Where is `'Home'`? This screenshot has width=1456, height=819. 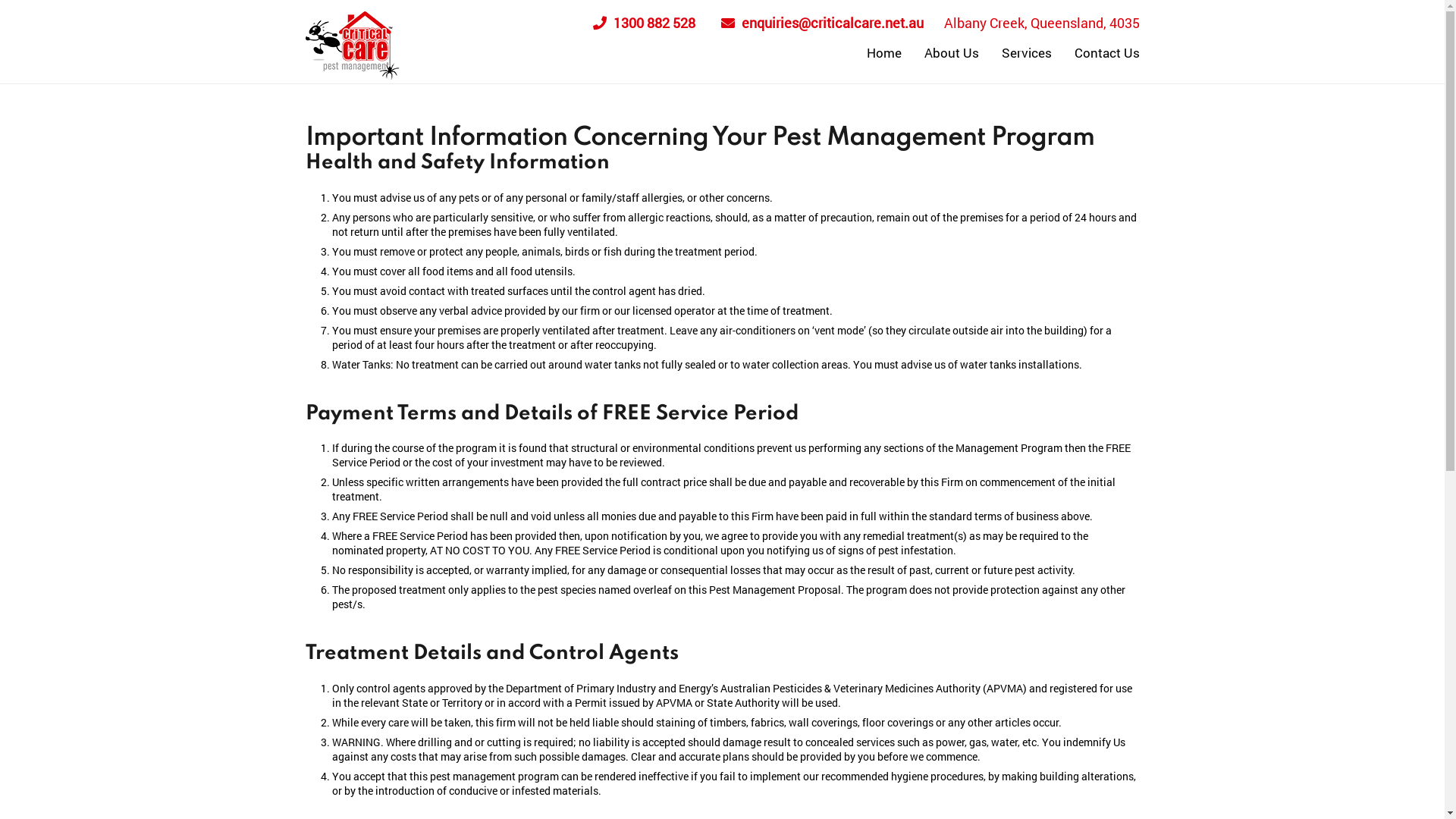 'Home' is located at coordinates (855, 52).